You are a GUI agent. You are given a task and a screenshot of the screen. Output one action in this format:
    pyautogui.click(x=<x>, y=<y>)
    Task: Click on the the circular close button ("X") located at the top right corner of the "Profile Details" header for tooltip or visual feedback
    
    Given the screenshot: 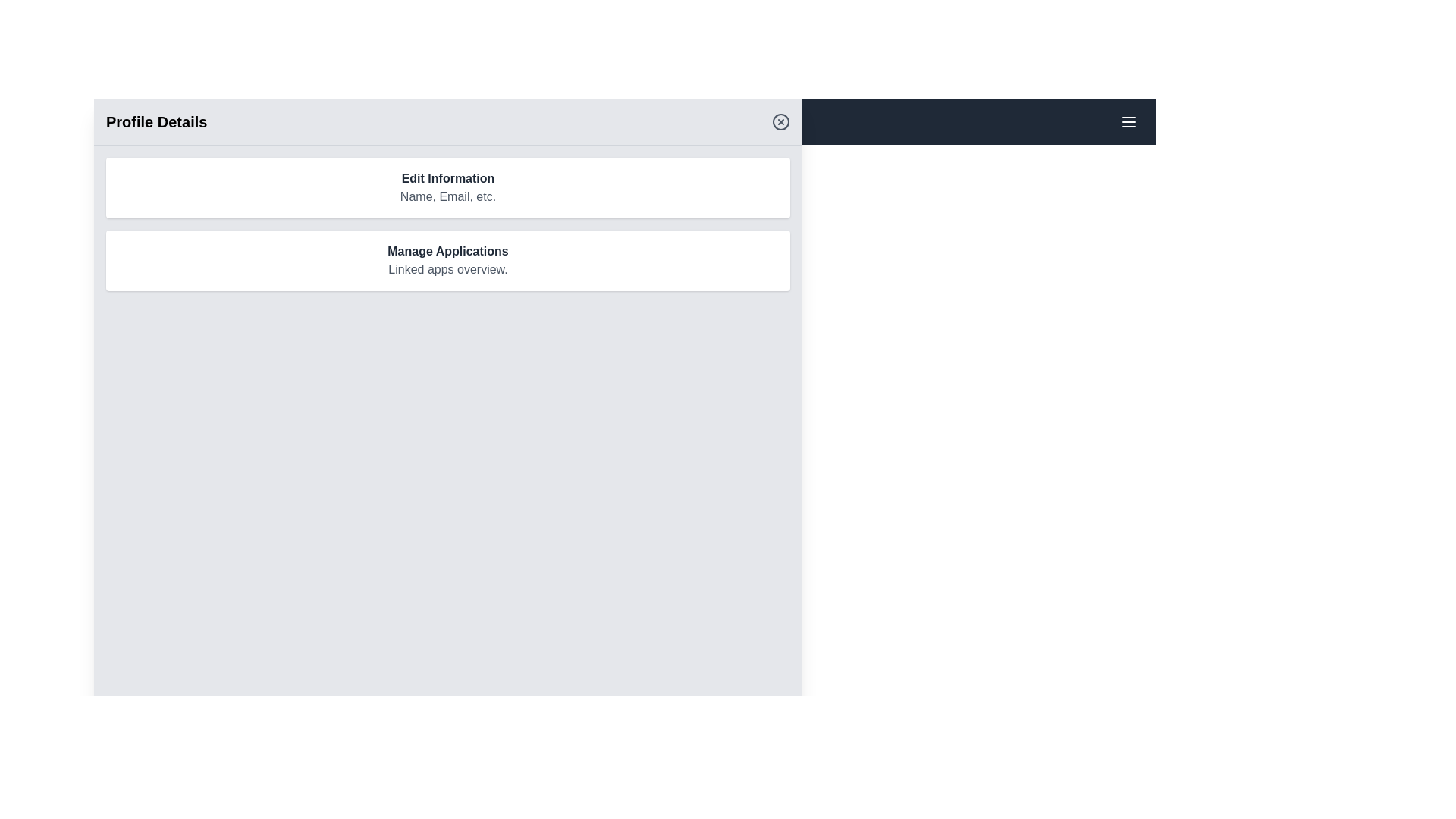 What is the action you would take?
    pyautogui.click(x=781, y=121)
    